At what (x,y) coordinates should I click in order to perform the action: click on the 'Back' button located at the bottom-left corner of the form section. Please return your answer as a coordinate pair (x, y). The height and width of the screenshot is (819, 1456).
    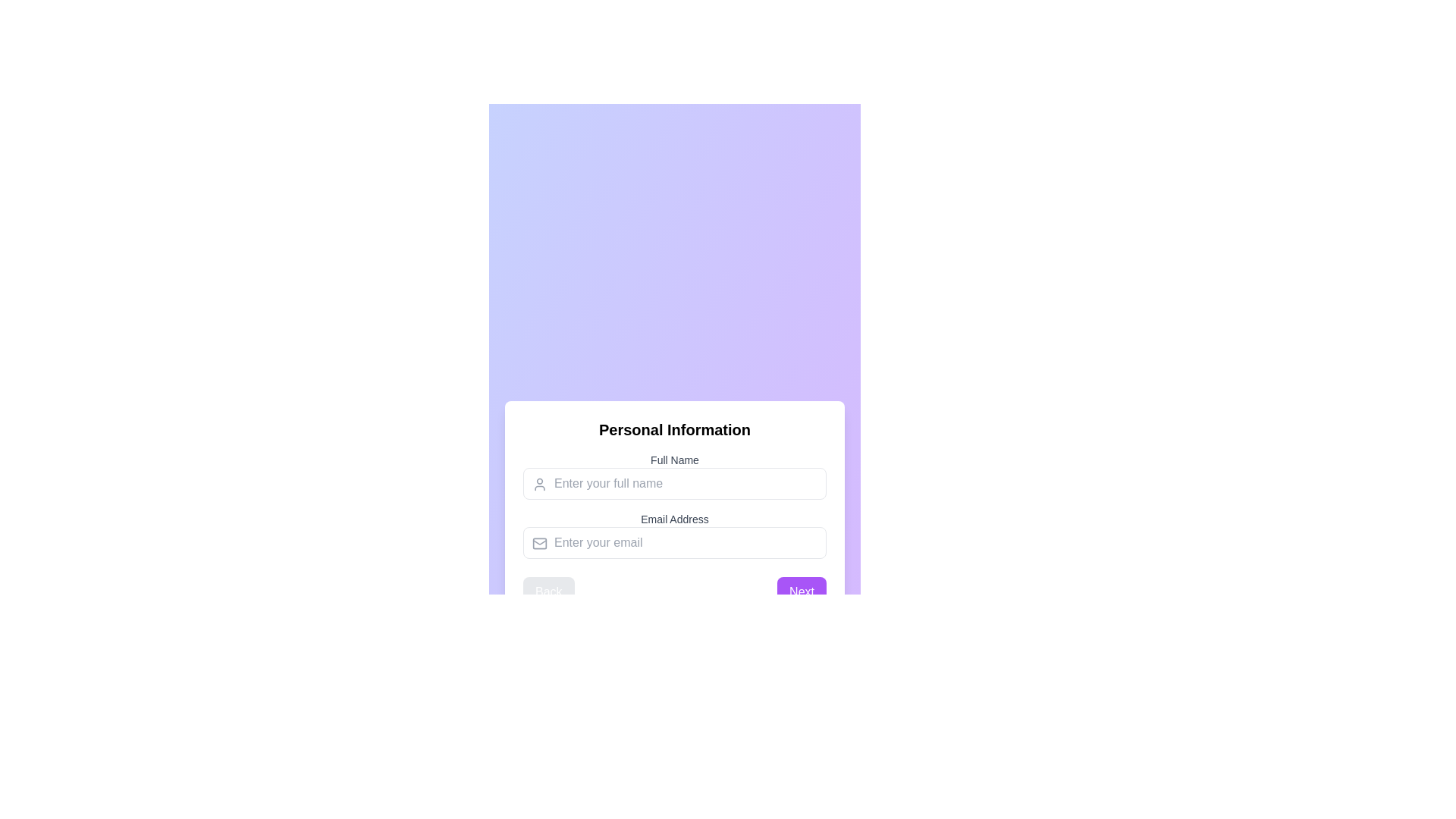
    Looking at the image, I should click on (548, 591).